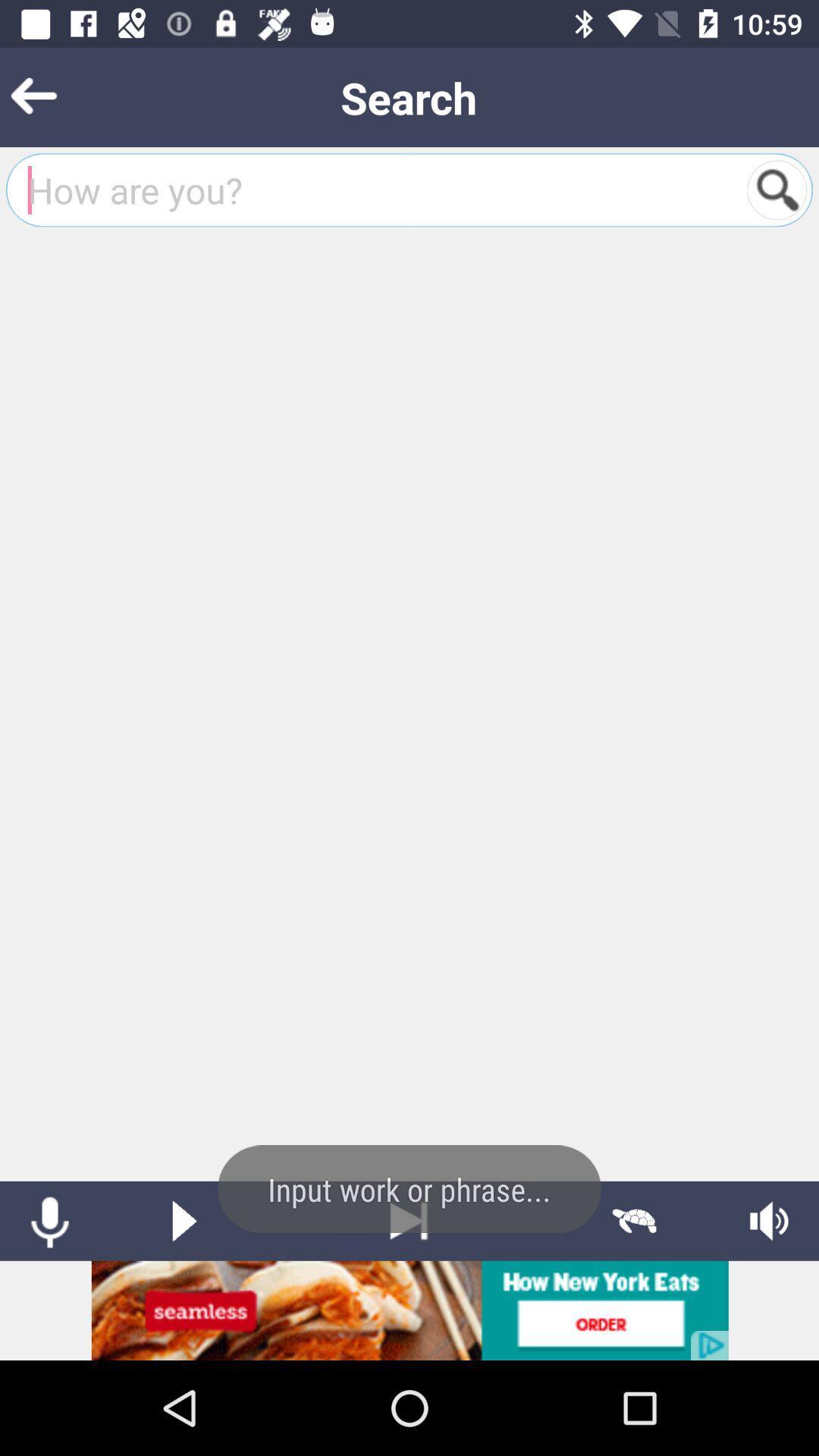  I want to click on to end, so click(408, 1221).